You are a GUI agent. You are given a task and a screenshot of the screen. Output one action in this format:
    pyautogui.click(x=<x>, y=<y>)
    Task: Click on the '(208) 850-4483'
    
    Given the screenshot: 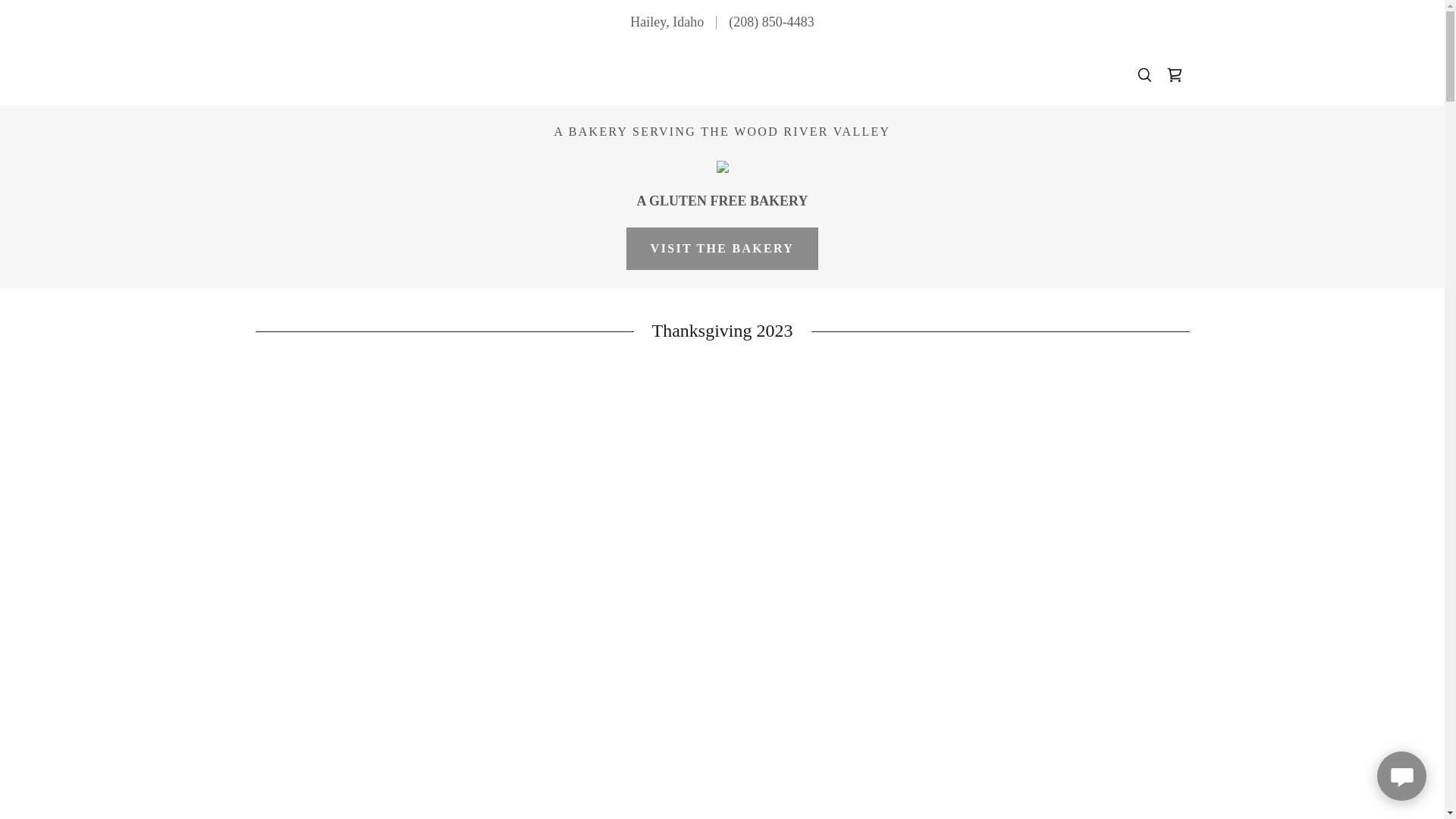 What is the action you would take?
    pyautogui.click(x=771, y=22)
    